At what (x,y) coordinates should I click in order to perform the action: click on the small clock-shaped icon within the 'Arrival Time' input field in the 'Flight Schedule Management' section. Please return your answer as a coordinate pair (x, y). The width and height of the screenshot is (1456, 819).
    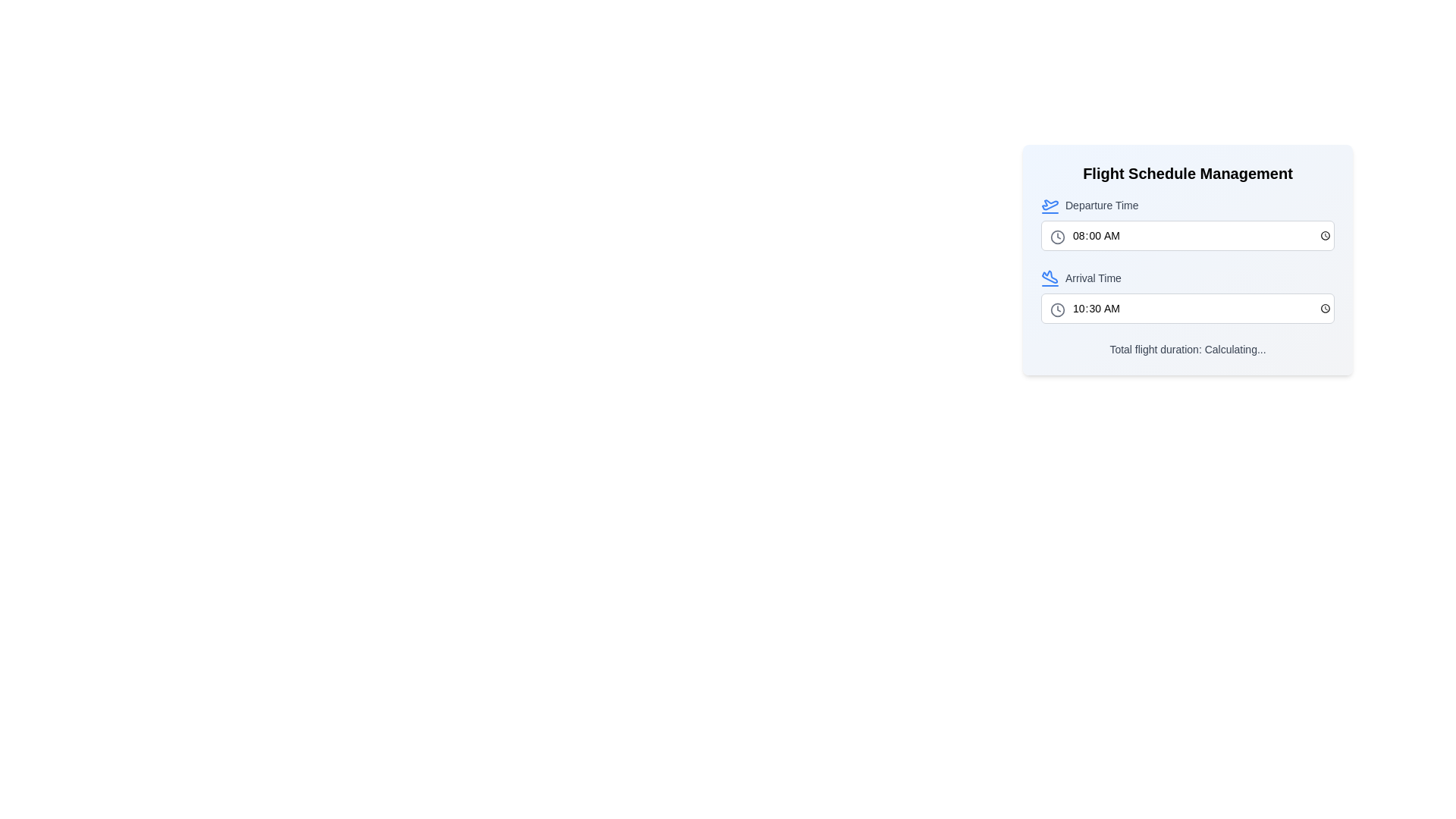
    Looking at the image, I should click on (1057, 309).